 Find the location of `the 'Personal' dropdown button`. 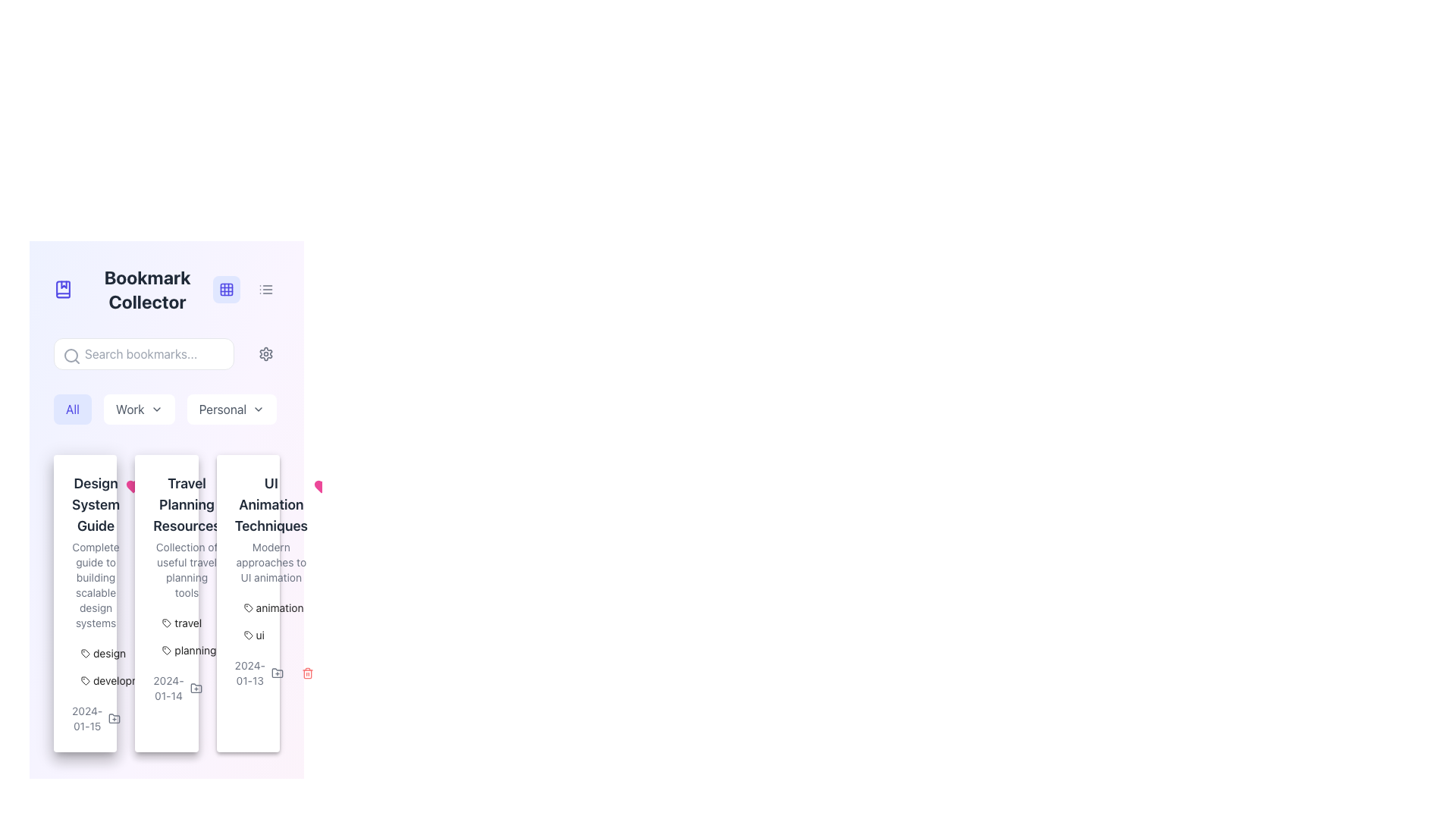

the 'Personal' dropdown button is located at coordinates (231, 409).